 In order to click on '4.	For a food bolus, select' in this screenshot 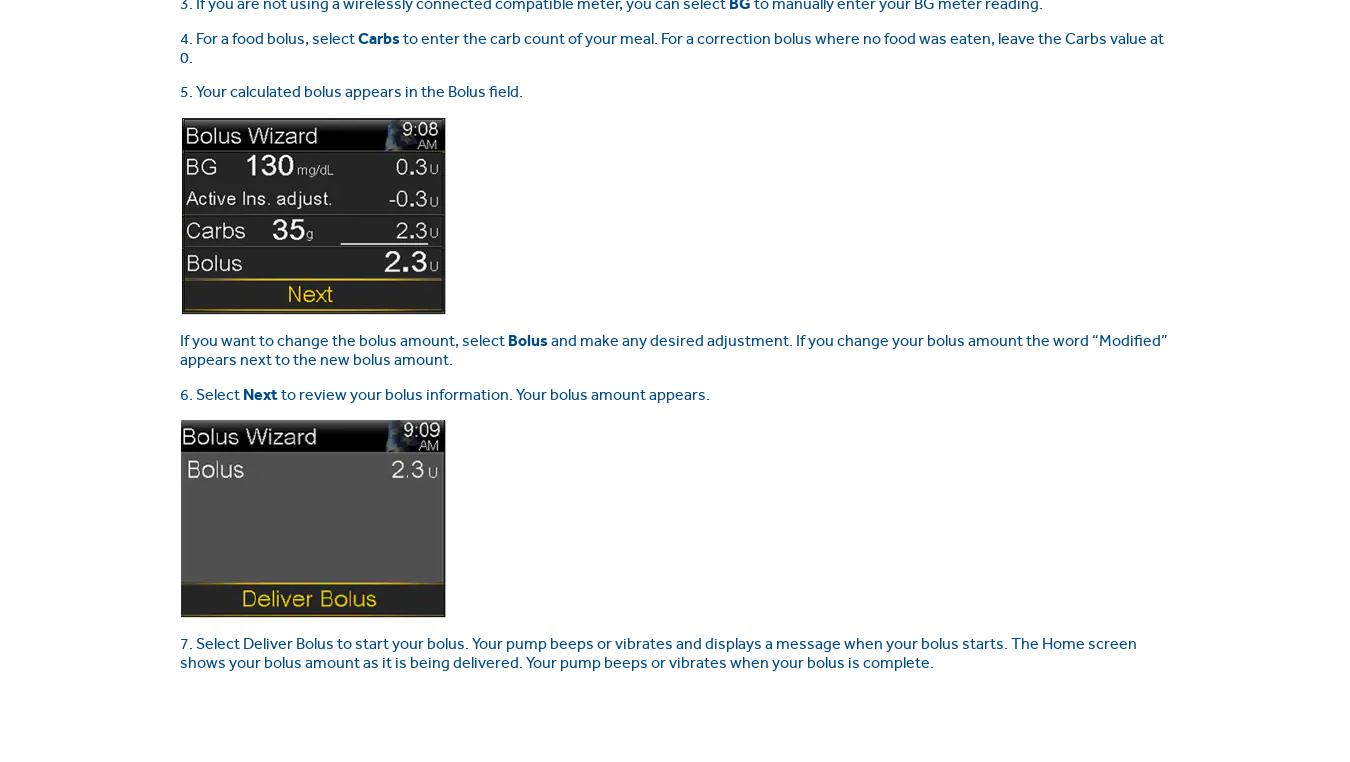, I will do `click(268, 36)`.